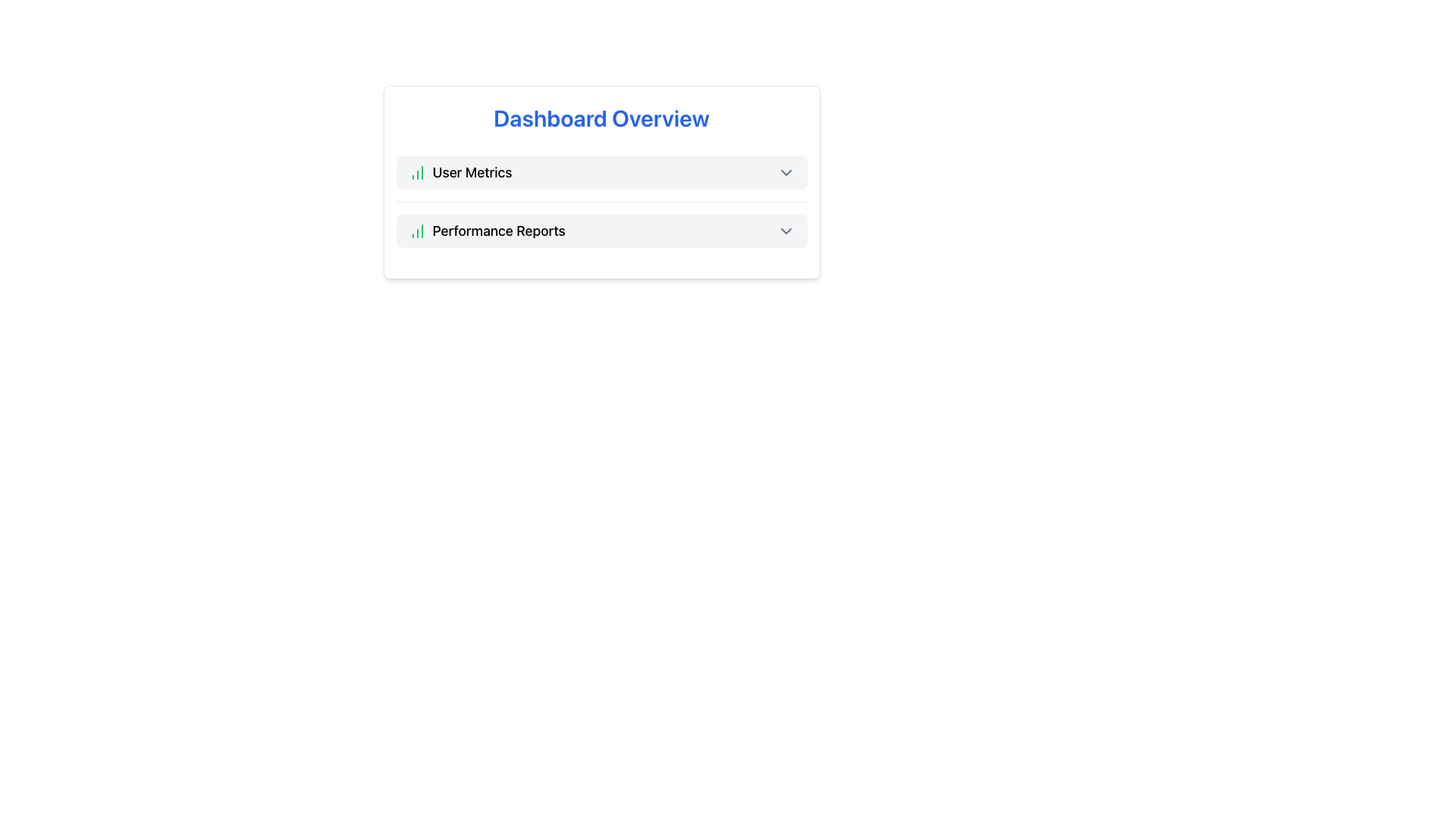 Image resolution: width=1456 pixels, height=819 pixels. Describe the element at coordinates (786, 231) in the screenshot. I see `the toggle icon located at the far right of the 'Performance Reports' section` at that location.